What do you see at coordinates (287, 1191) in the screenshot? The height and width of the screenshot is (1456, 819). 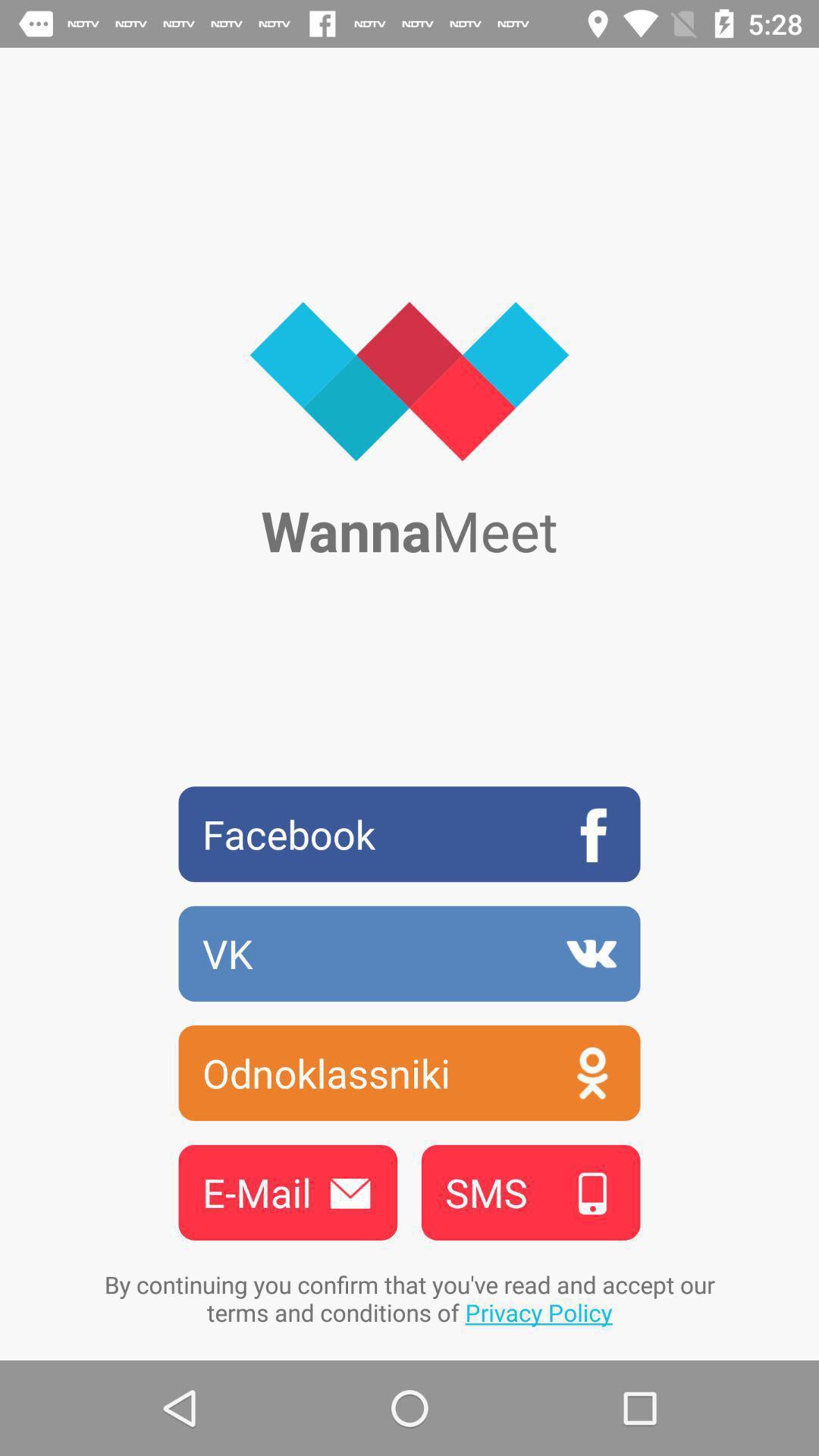 I see `item to the left of the sms icon` at bounding box center [287, 1191].